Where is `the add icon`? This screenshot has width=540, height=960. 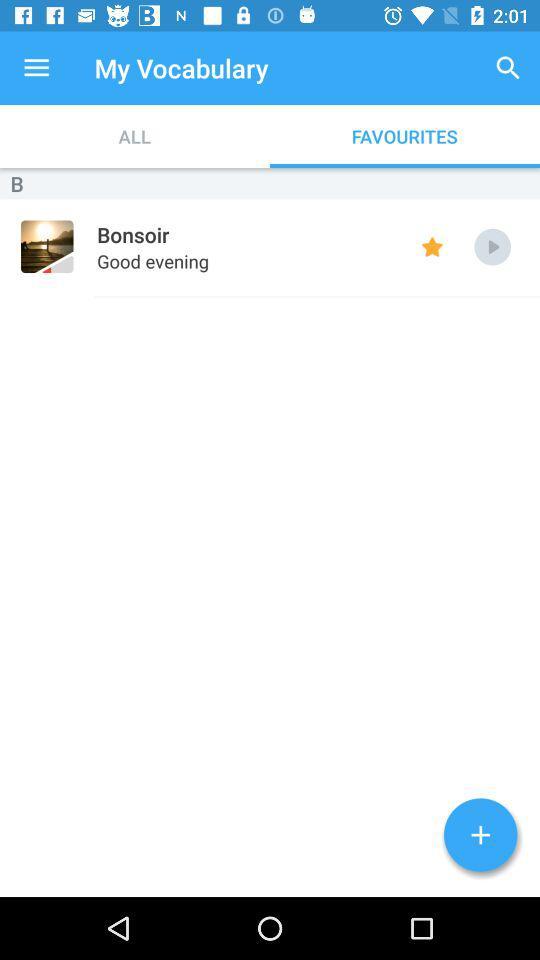
the add icon is located at coordinates (479, 835).